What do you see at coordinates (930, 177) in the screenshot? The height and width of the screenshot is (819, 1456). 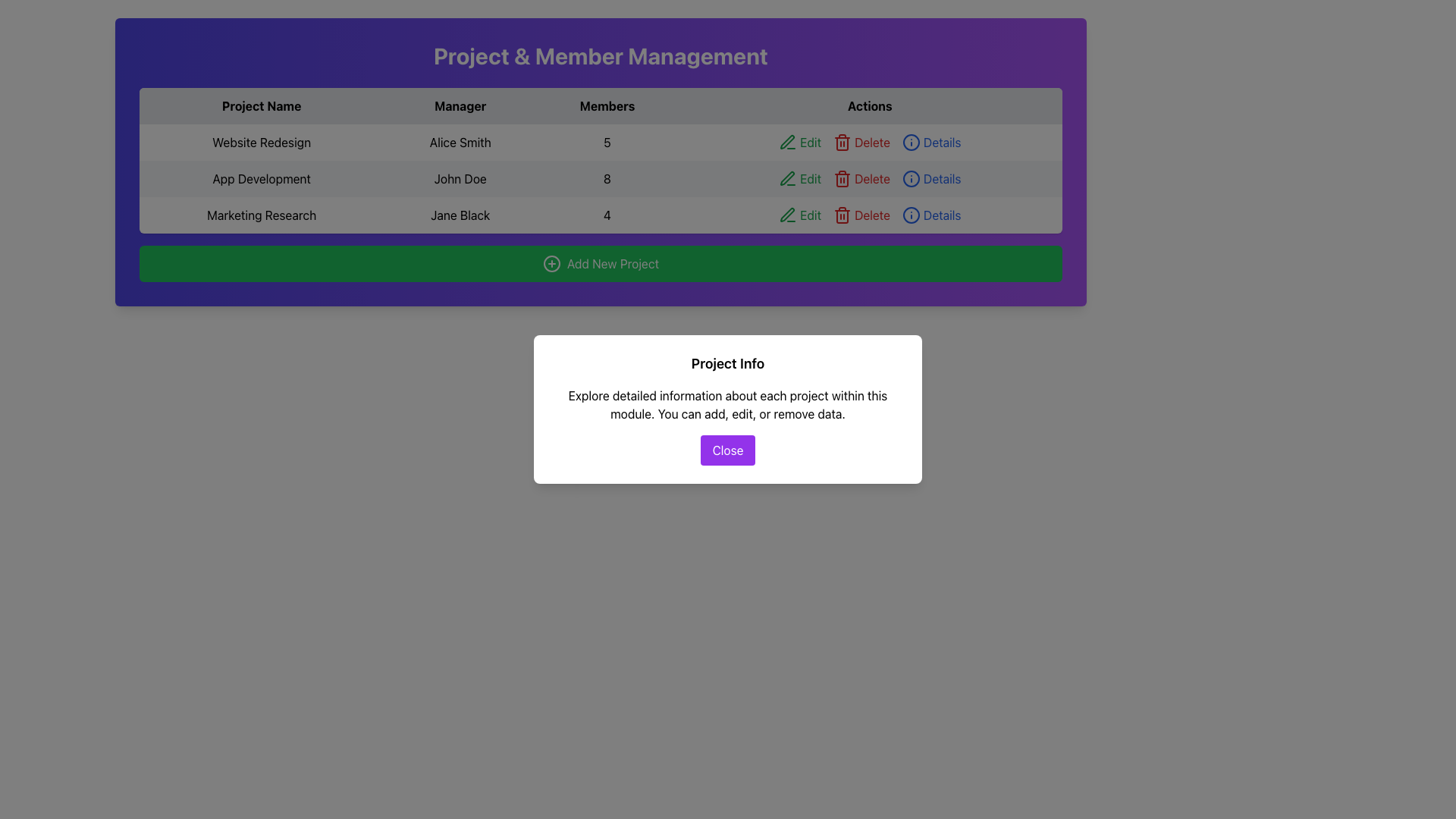 I see `the hyperlink or button in the last column under the 'Actions' header of the second row in the table` at bounding box center [930, 177].